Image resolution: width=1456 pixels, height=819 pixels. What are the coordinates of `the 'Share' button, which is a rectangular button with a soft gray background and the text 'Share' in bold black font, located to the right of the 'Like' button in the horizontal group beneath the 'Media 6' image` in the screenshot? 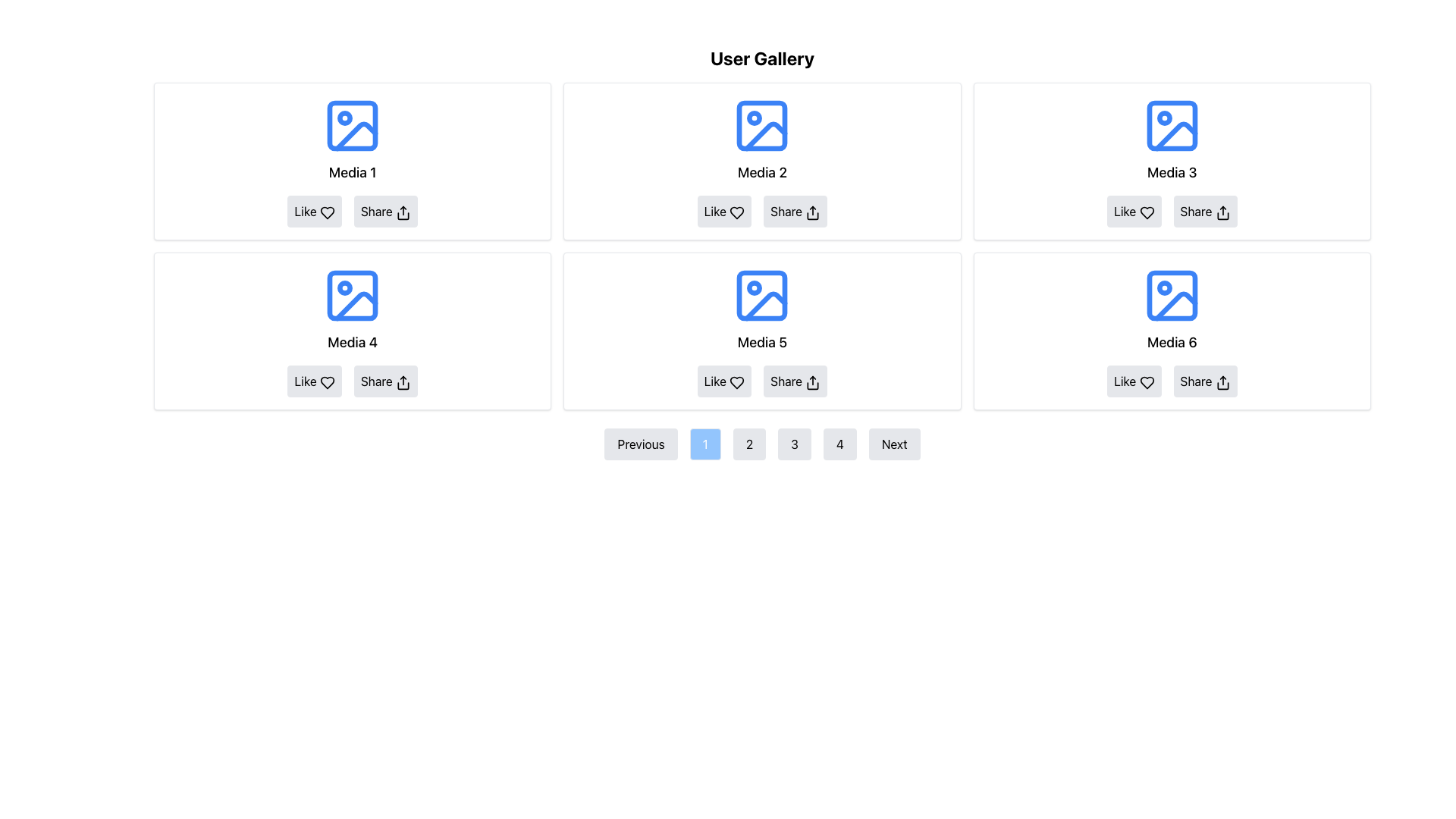 It's located at (1204, 380).